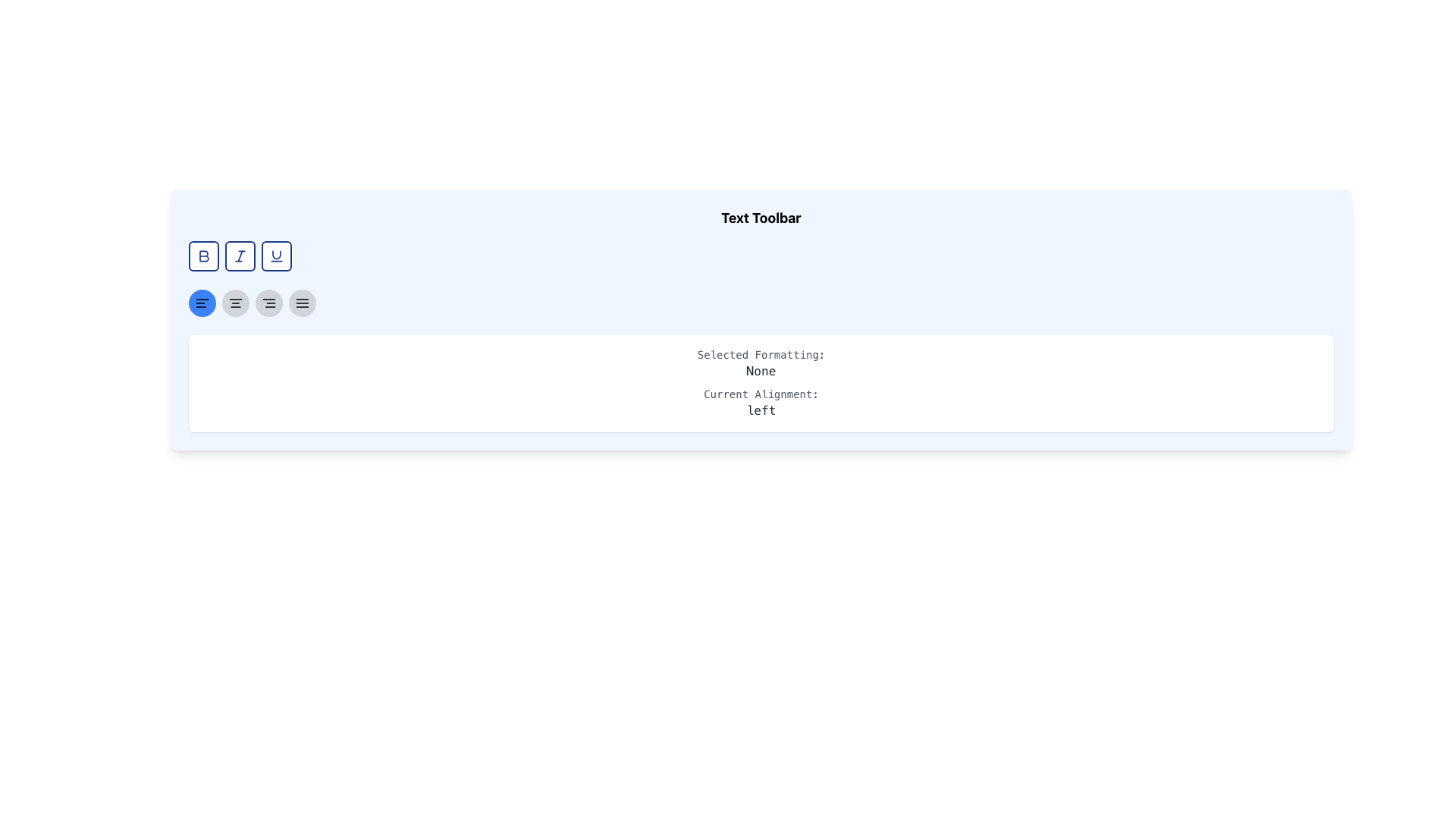  I want to click on the second icon in the horizontal row of text alignment buttons to set the text alignment to 'center', so click(235, 303).